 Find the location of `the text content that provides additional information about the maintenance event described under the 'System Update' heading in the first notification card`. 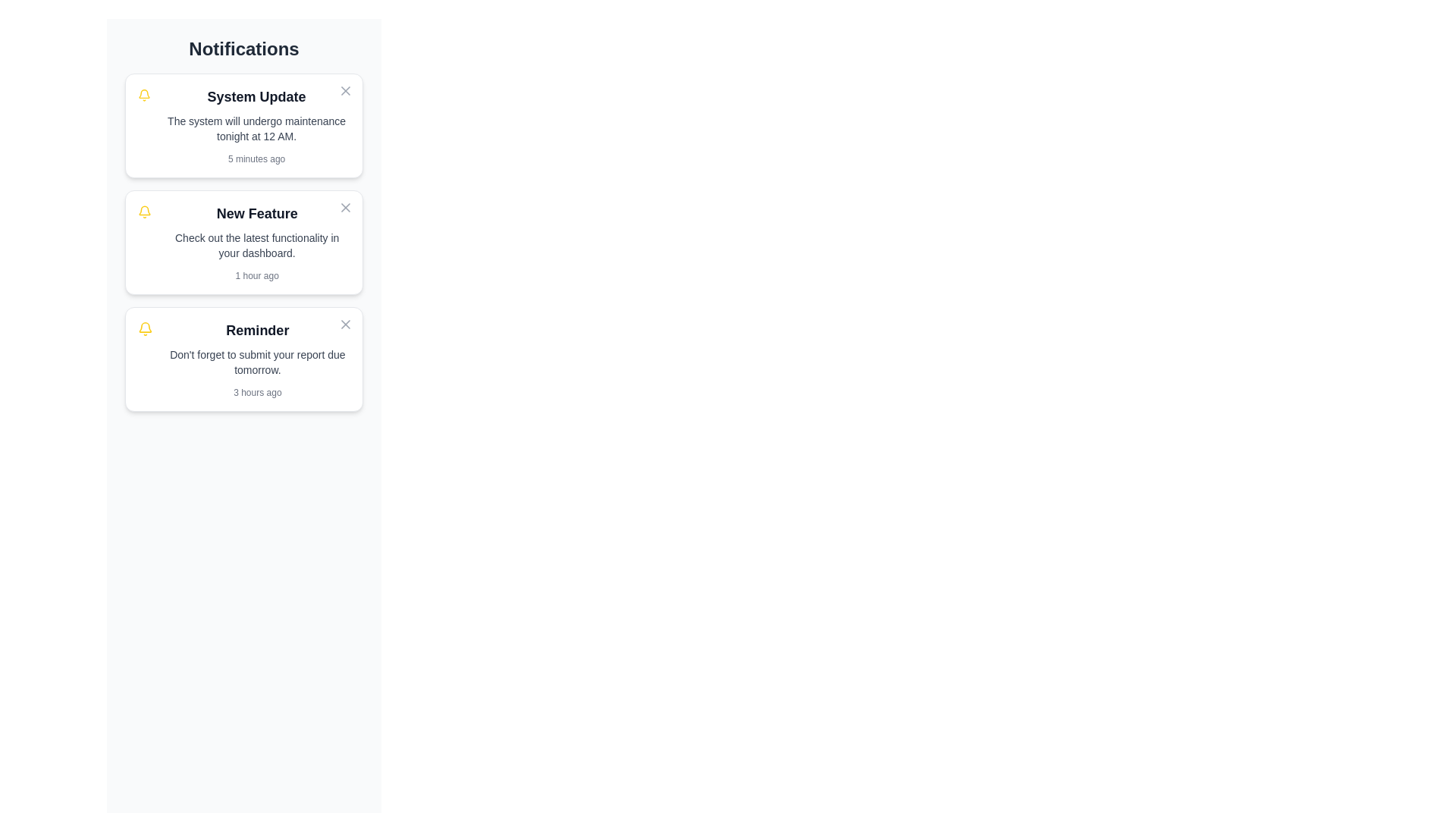

the text content that provides additional information about the maintenance event described under the 'System Update' heading in the first notification card is located at coordinates (256, 127).